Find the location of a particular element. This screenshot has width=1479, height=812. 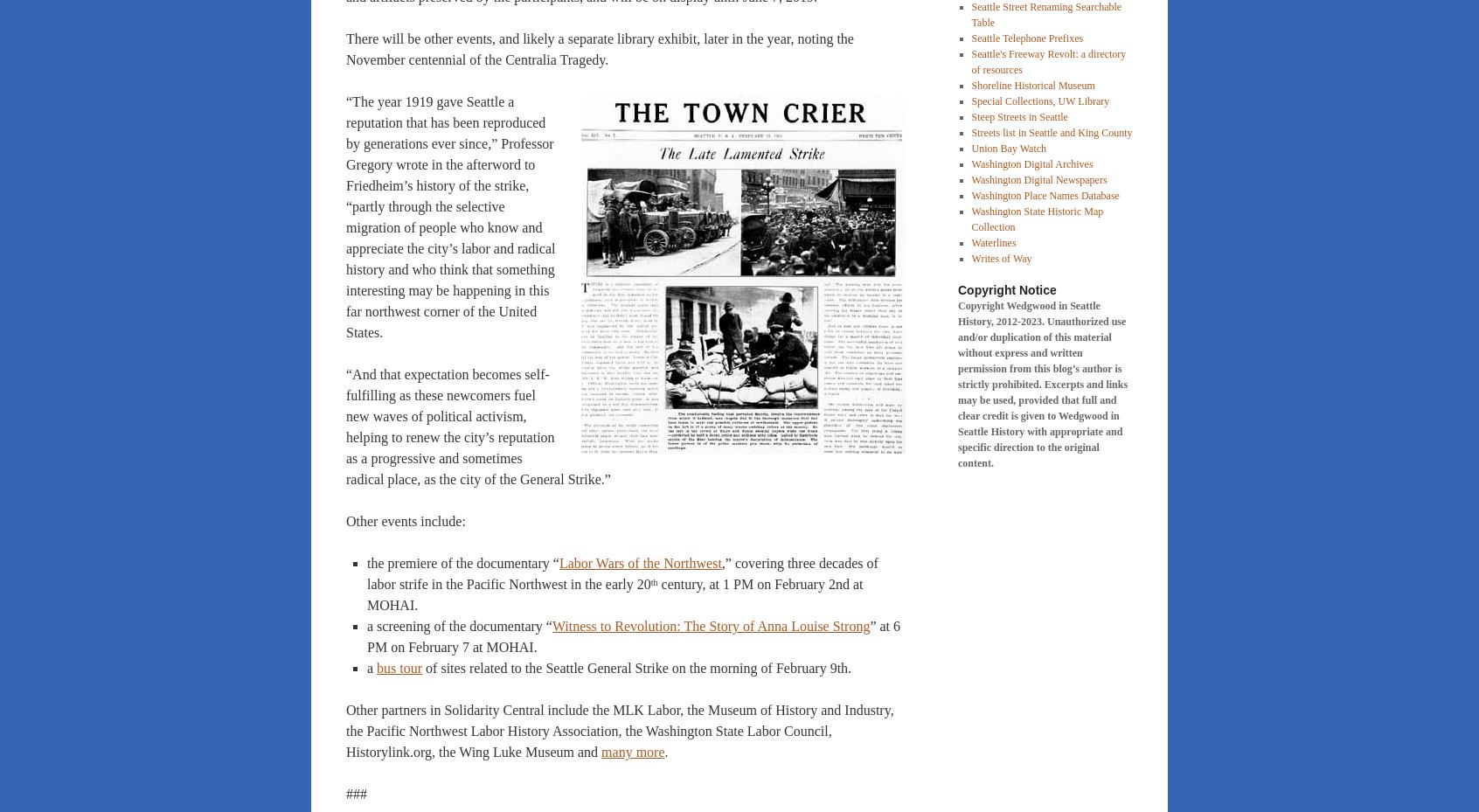

'Writes of Way' is located at coordinates (1000, 258).